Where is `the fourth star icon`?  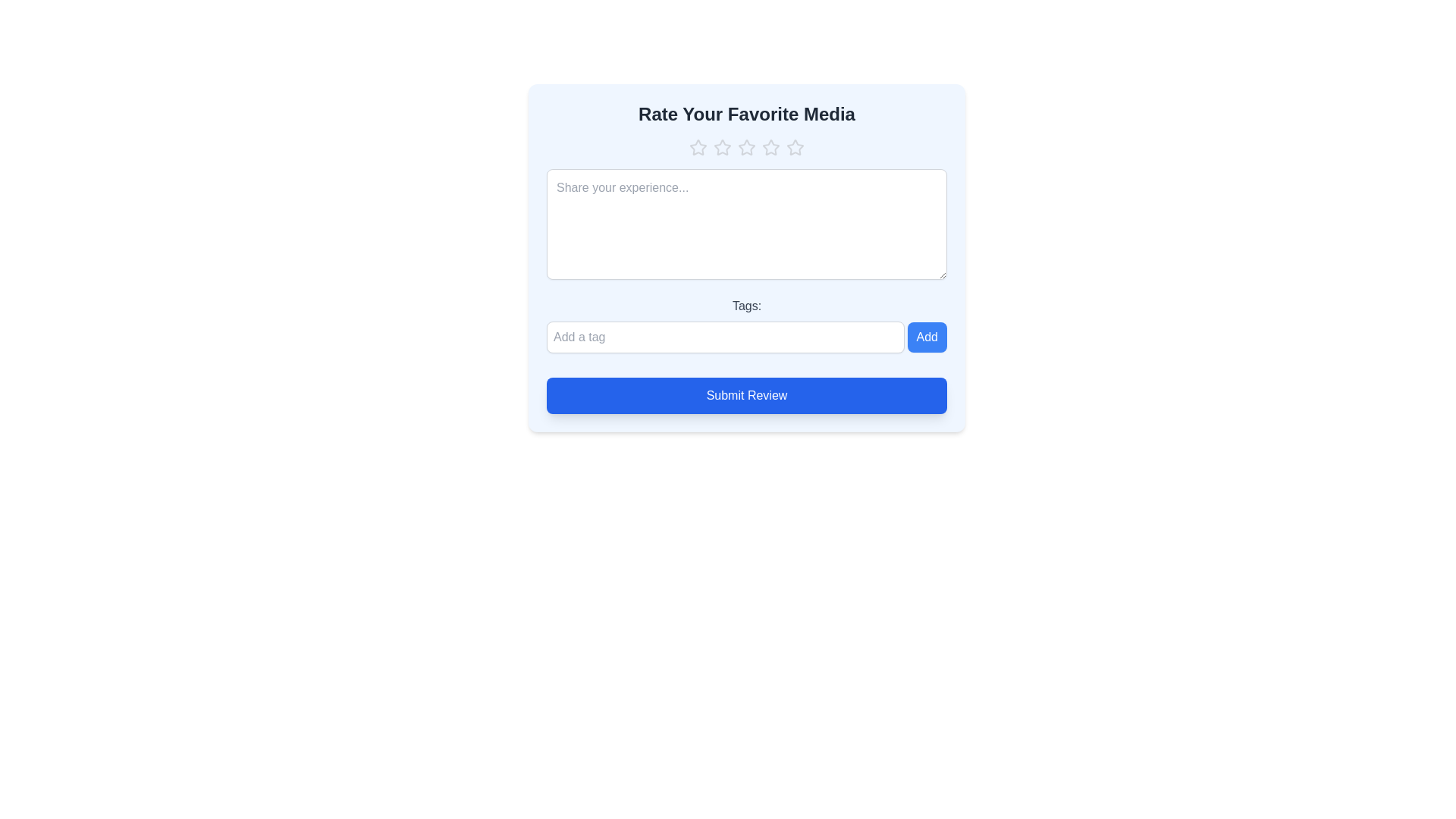 the fourth star icon is located at coordinates (771, 148).